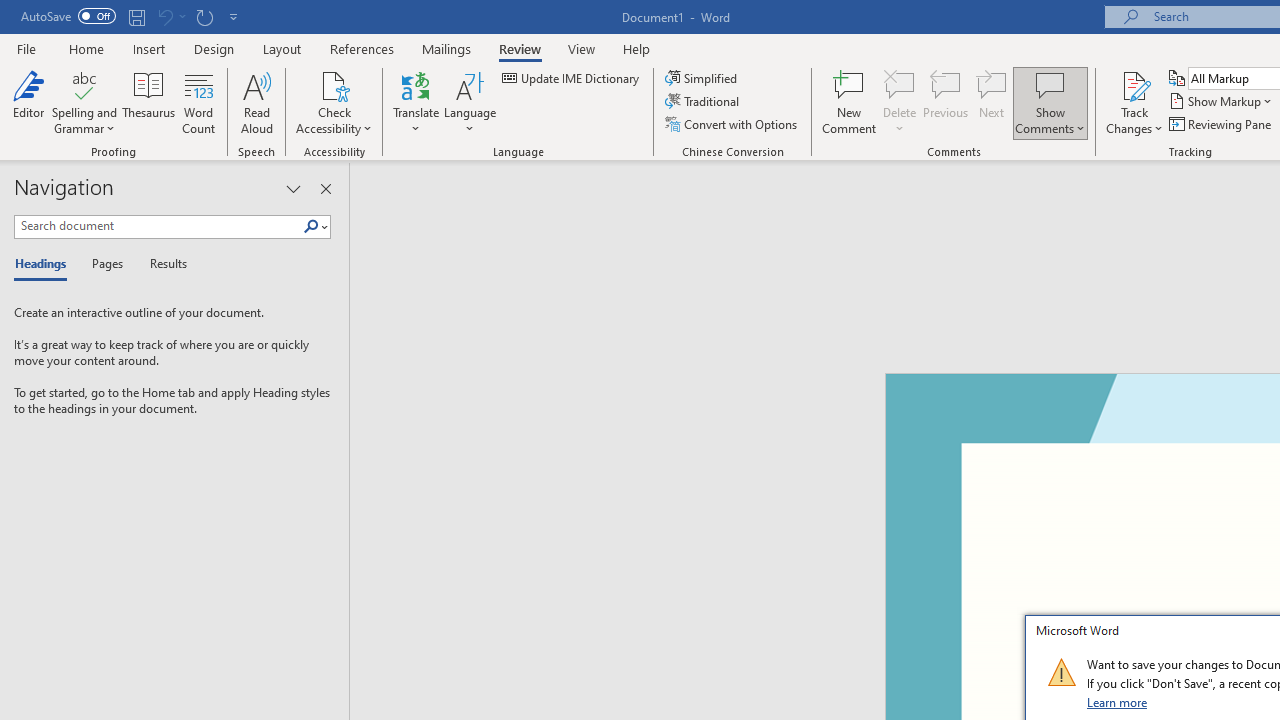 The height and width of the screenshot is (720, 1280). What do you see at coordinates (415, 103) in the screenshot?
I see `'Translate'` at bounding box center [415, 103].